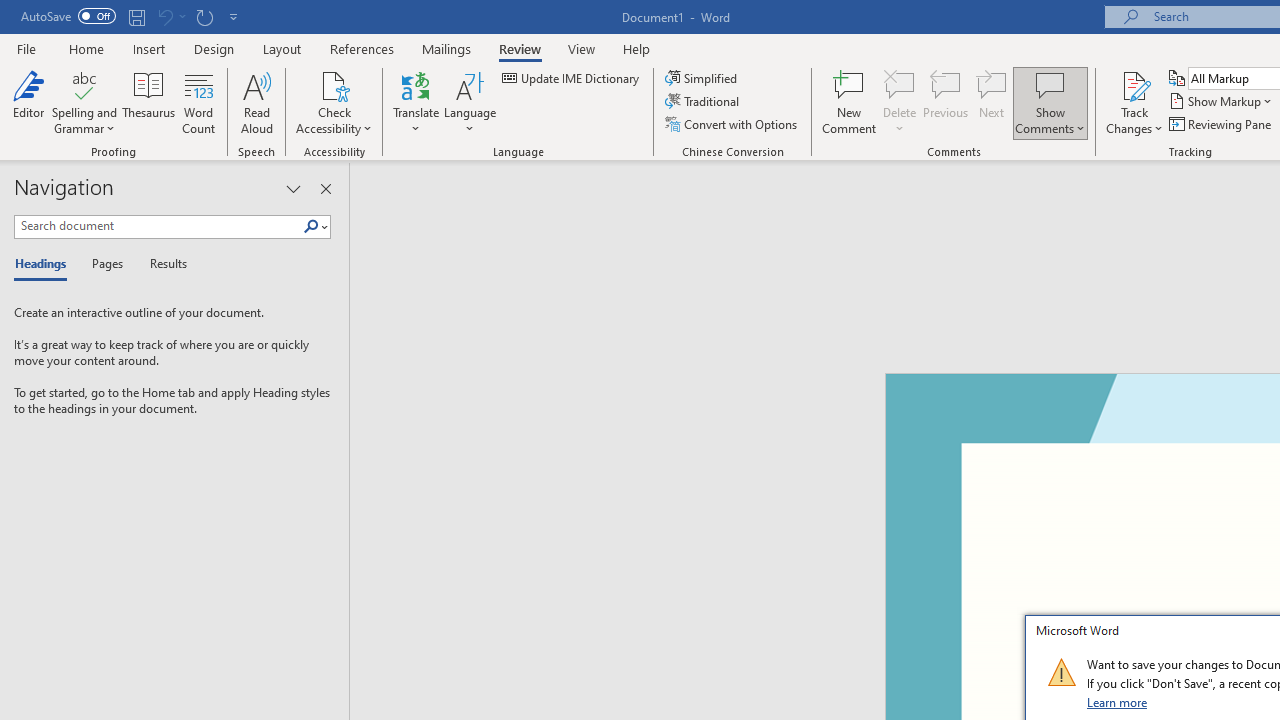 The height and width of the screenshot is (720, 1280). What do you see at coordinates (415, 103) in the screenshot?
I see `'Translate'` at bounding box center [415, 103].